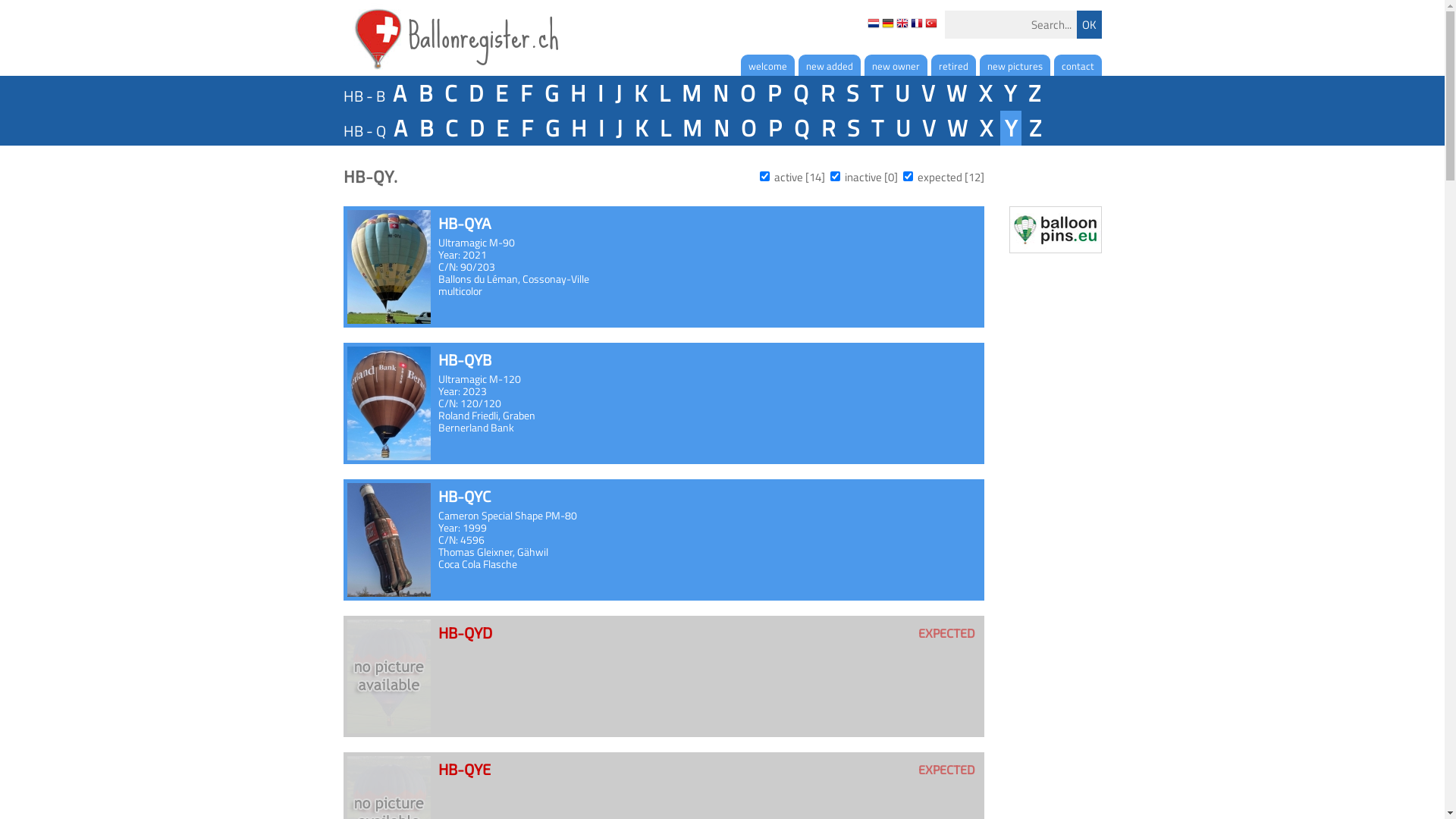 The image size is (1456, 819). I want to click on 'D', so click(475, 93).